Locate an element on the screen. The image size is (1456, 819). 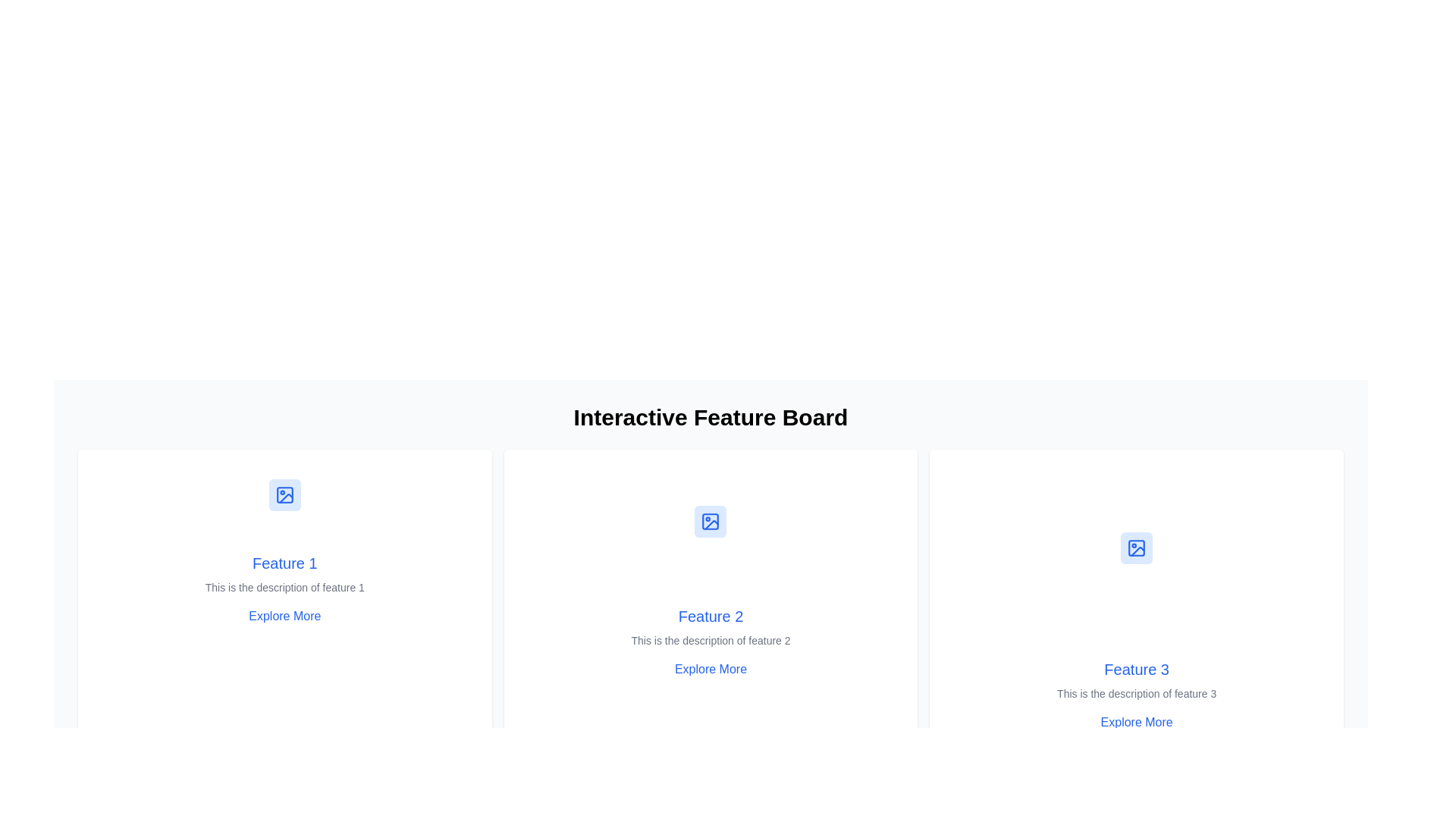
the icon containing the blue rounded rectangle element that is centered above the text 'Feature 3' is located at coordinates (1137, 548).